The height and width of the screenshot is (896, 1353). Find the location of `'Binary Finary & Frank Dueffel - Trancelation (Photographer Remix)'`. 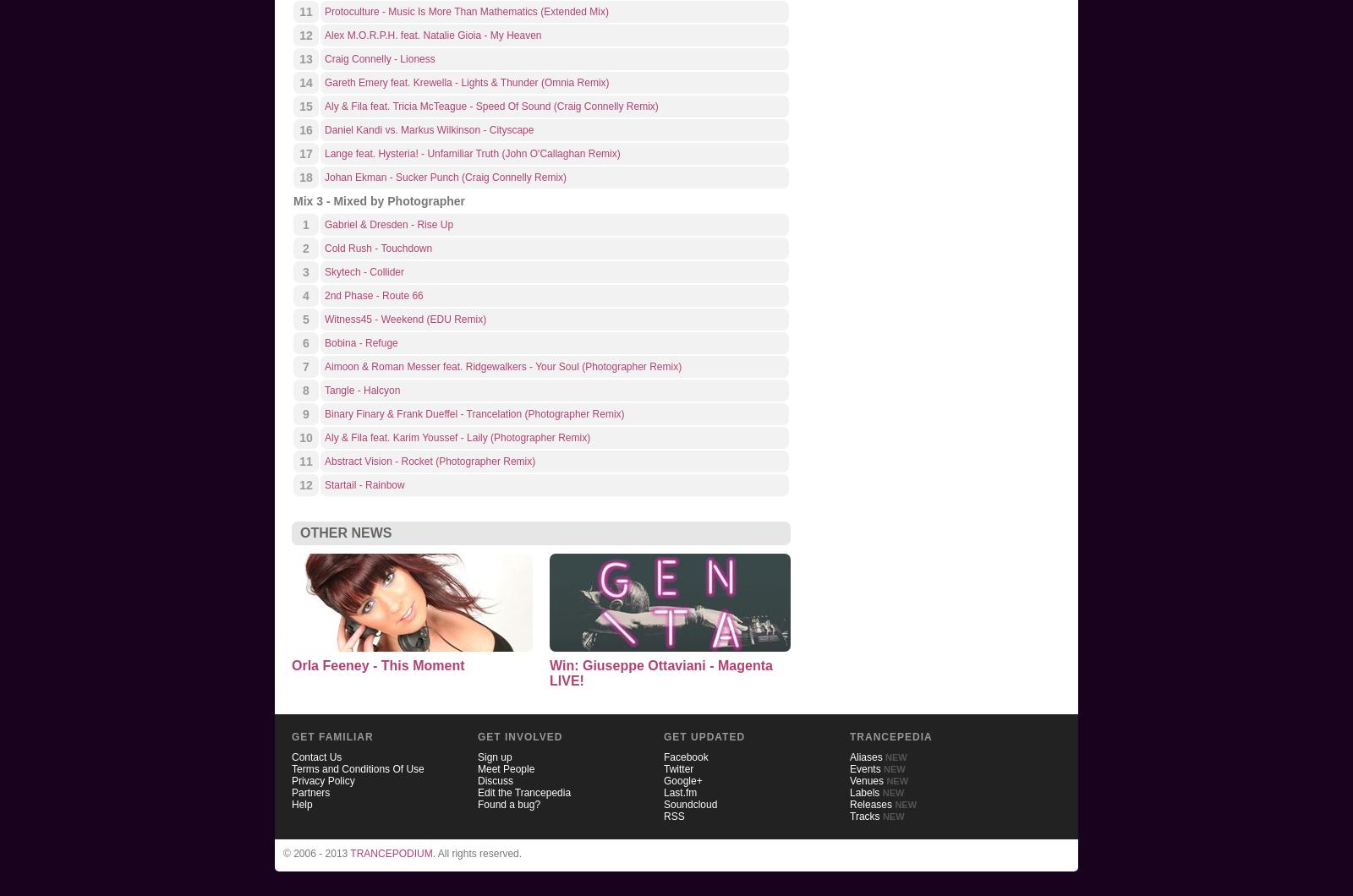

'Binary Finary & Frank Dueffel - Trancelation (Photographer Remix)' is located at coordinates (473, 413).